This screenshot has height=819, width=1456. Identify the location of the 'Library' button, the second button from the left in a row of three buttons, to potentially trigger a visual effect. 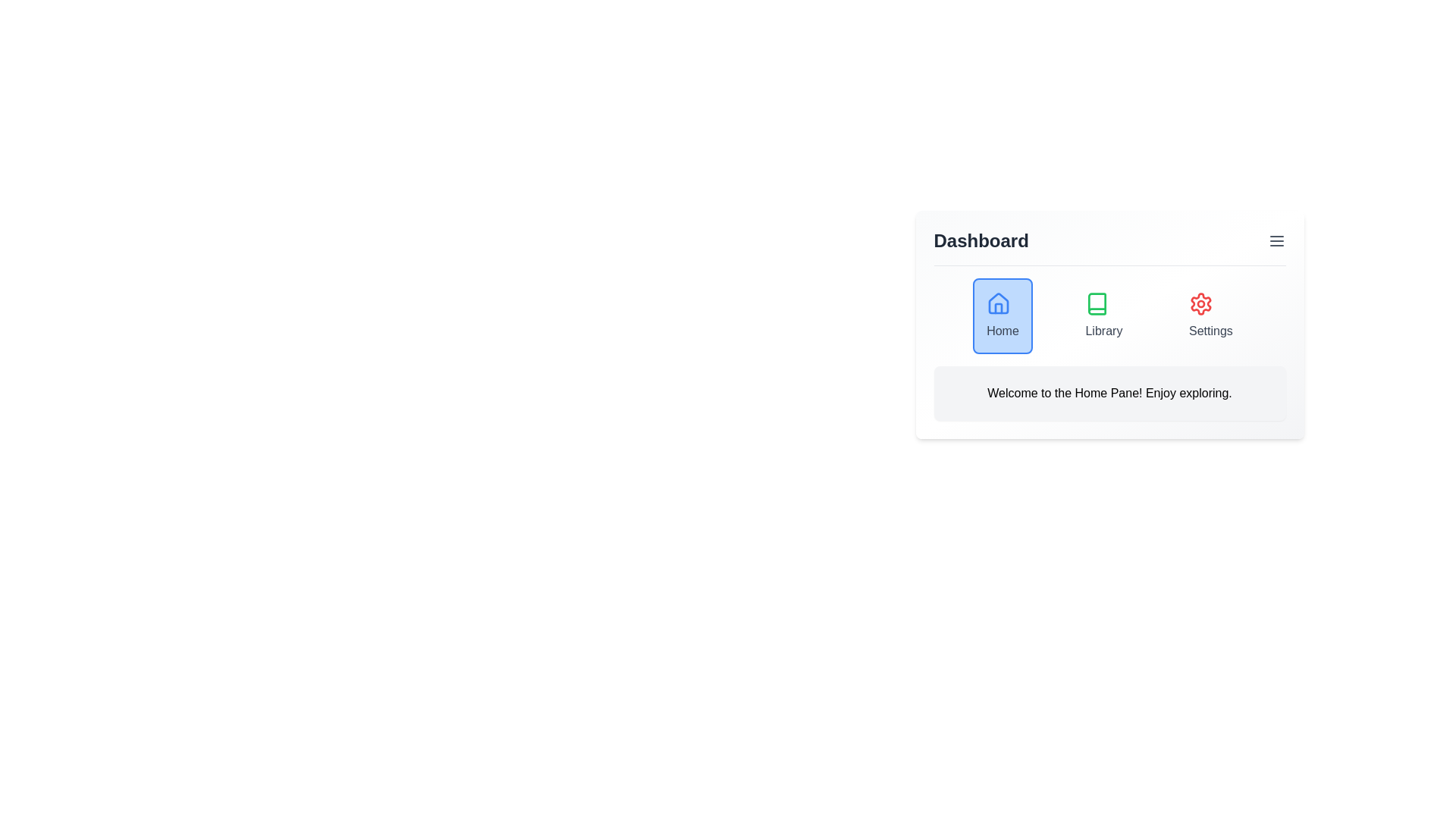
(1103, 315).